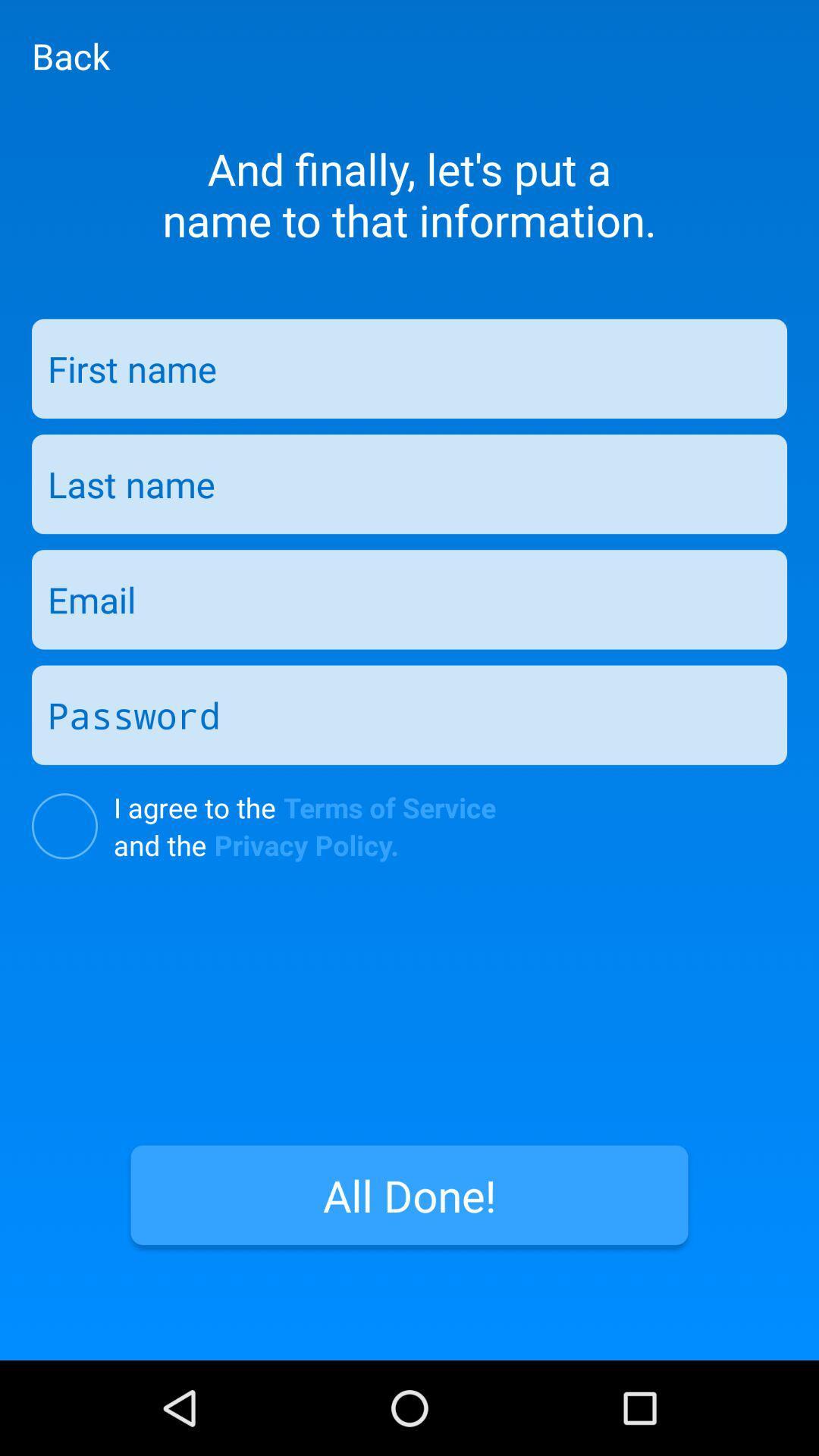 The width and height of the screenshot is (819, 1456). What do you see at coordinates (64, 825) in the screenshot?
I see `agree to terms and conditions and privacy policy` at bounding box center [64, 825].